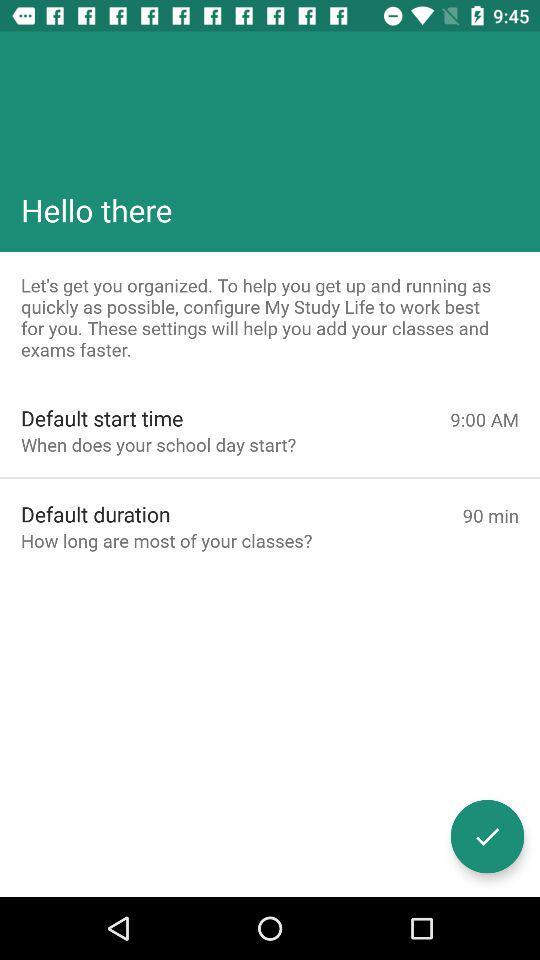  I want to click on the item at the bottom right corner, so click(486, 836).